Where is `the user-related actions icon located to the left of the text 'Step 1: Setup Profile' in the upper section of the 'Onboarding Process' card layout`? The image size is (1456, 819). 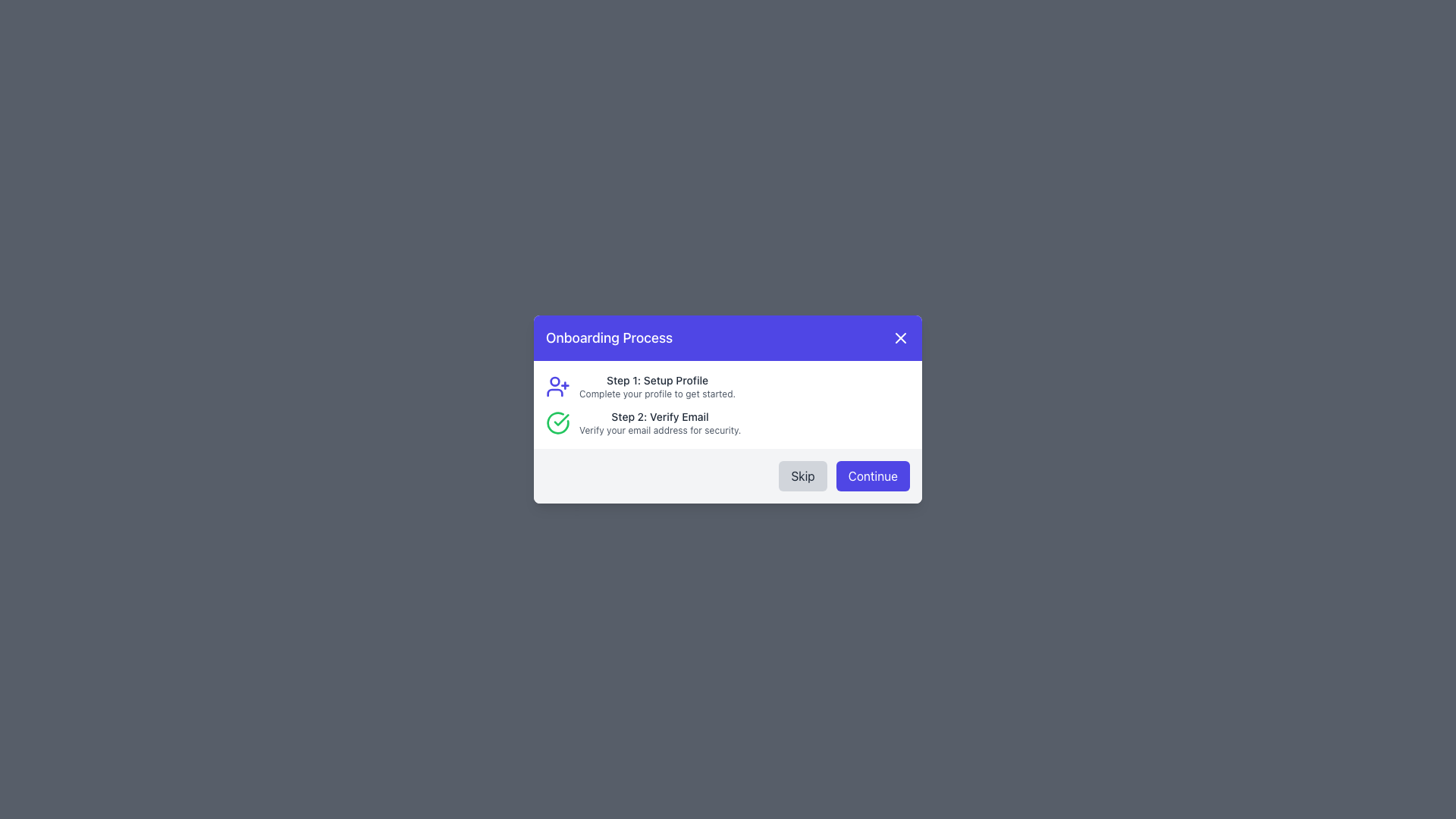
the user-related actions icon located to the left of the text 'Step 1: Setup Profile' in the upper section of the 'Onboarding Process' card layout is located at coordinates (557, 385).